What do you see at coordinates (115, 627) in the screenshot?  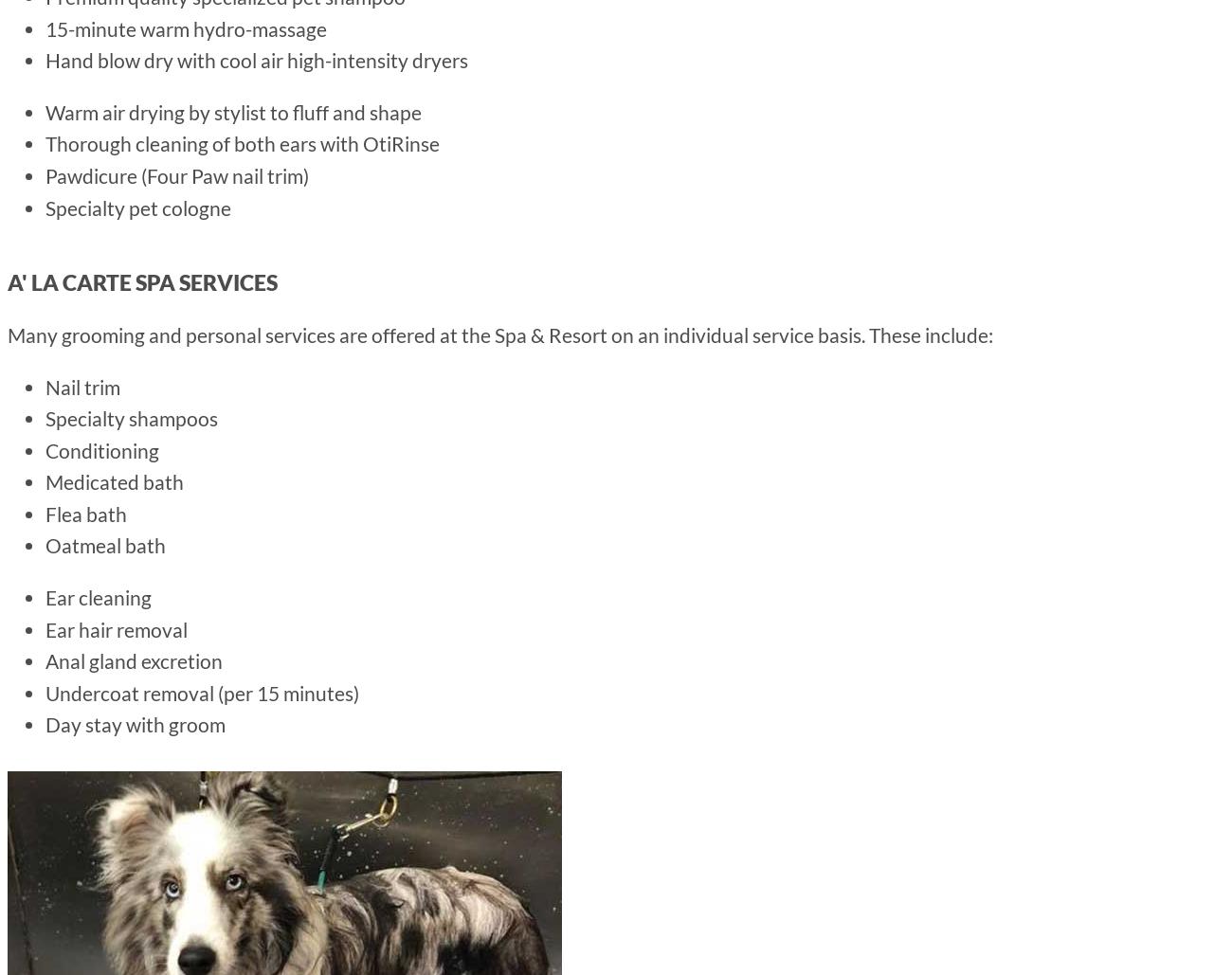 I see `'Ear hair removal'` at bounding box center [115, 627].